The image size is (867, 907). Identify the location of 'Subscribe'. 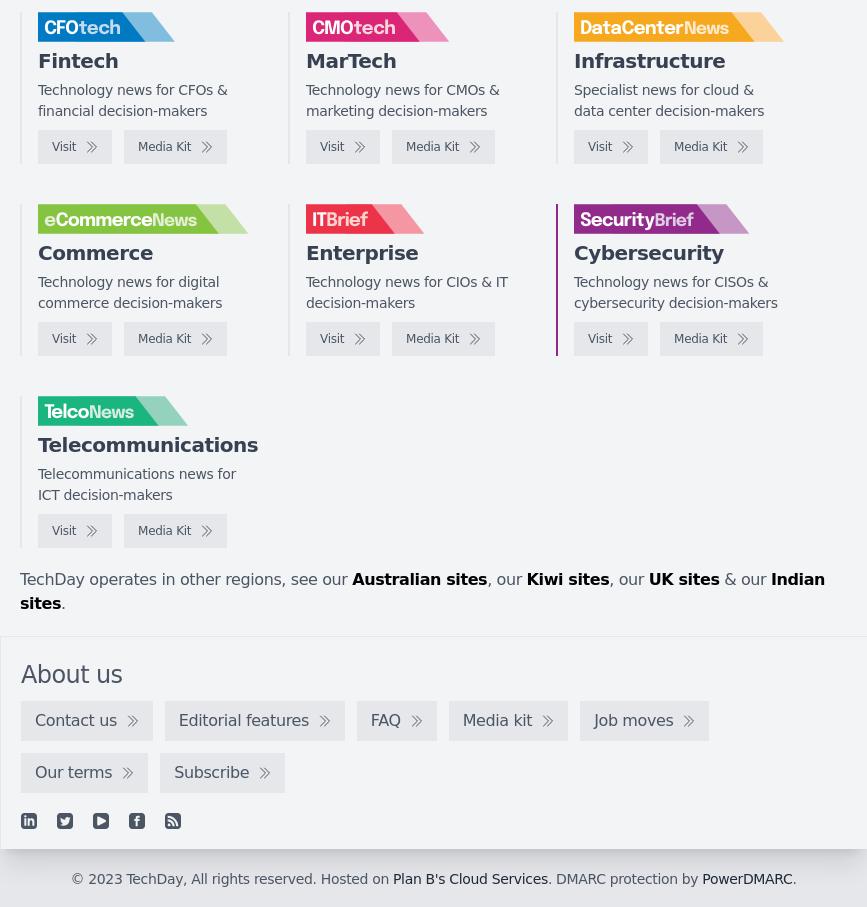
(211, 770).